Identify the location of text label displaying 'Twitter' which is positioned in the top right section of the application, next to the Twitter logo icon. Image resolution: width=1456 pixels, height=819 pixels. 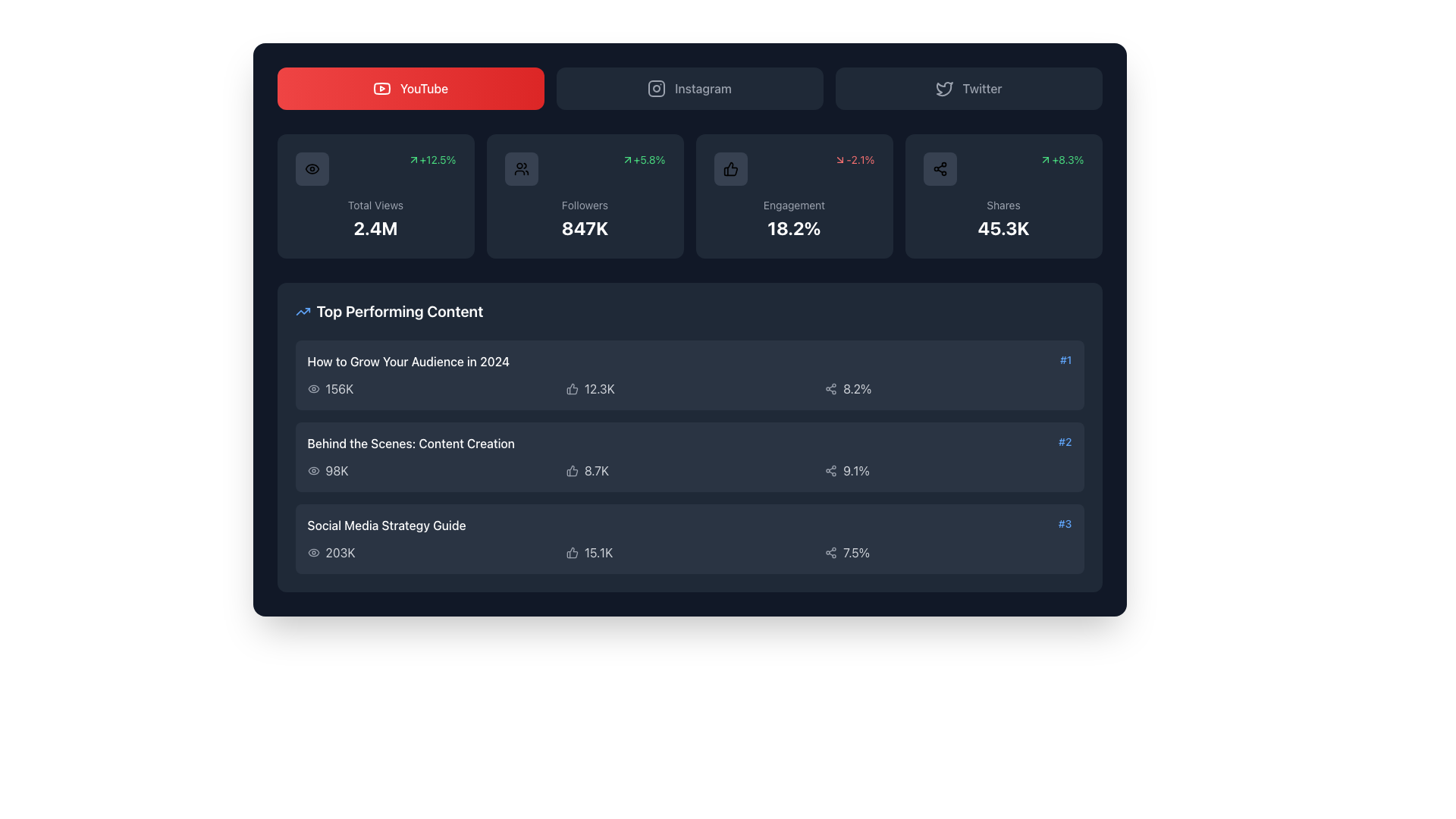
(982, 88).